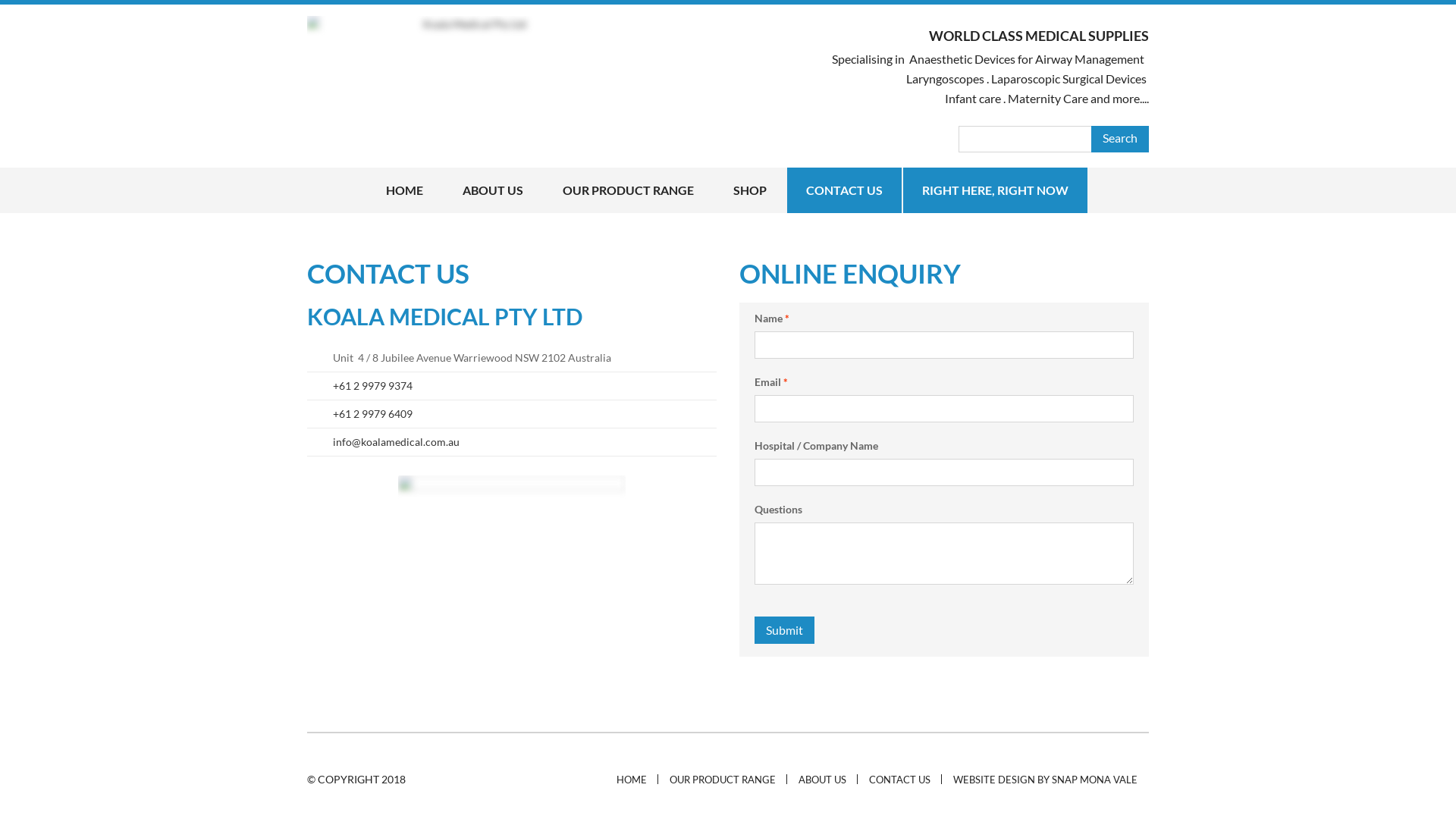  I want to click on 'SHOP', so click(749, 189).